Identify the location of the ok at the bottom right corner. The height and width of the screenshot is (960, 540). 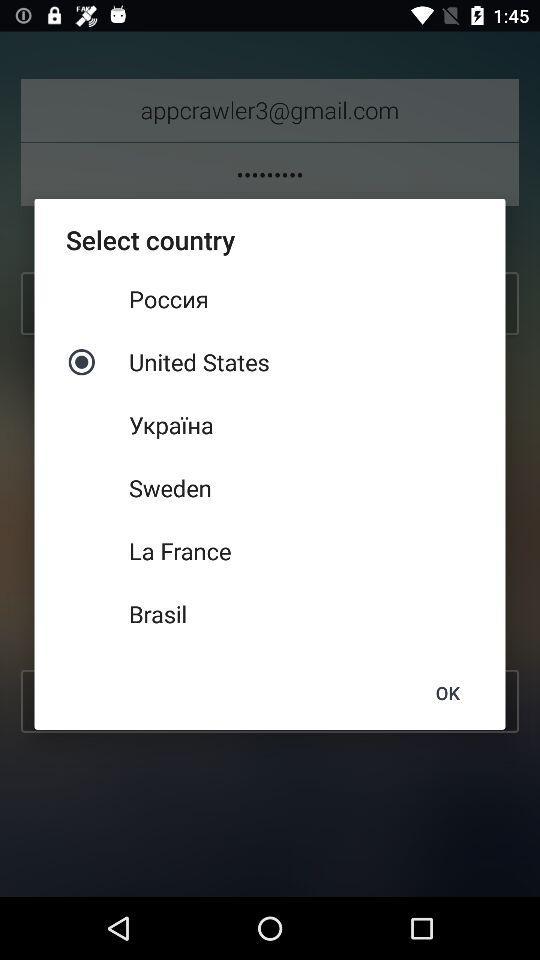
(447, 693).